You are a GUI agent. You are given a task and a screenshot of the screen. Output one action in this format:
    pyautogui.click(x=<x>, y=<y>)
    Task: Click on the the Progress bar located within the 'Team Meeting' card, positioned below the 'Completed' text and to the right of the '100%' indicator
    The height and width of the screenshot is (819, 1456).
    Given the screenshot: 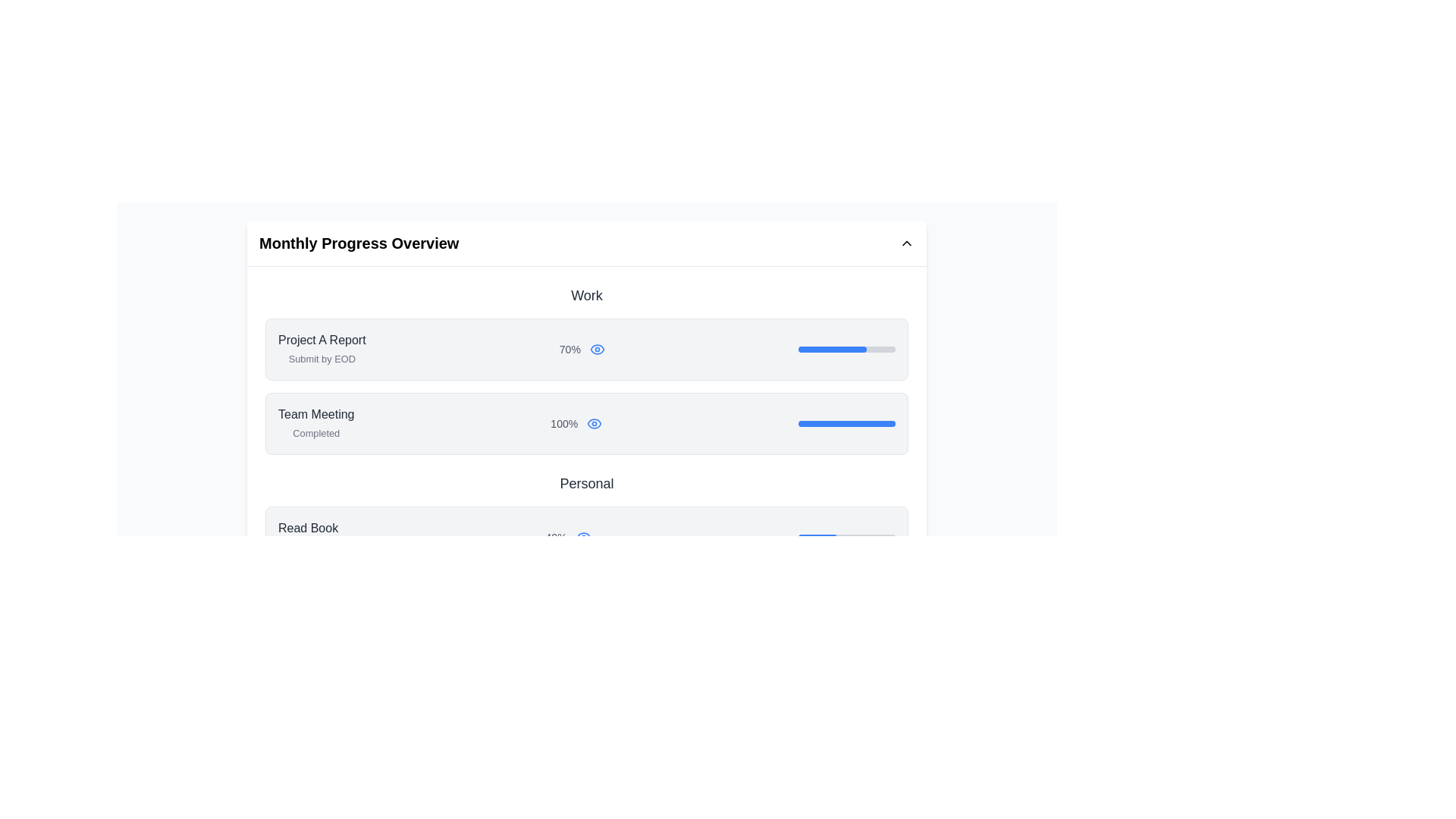 What is the action you would take?
    pyautogui.click(x=846, y=424)
    